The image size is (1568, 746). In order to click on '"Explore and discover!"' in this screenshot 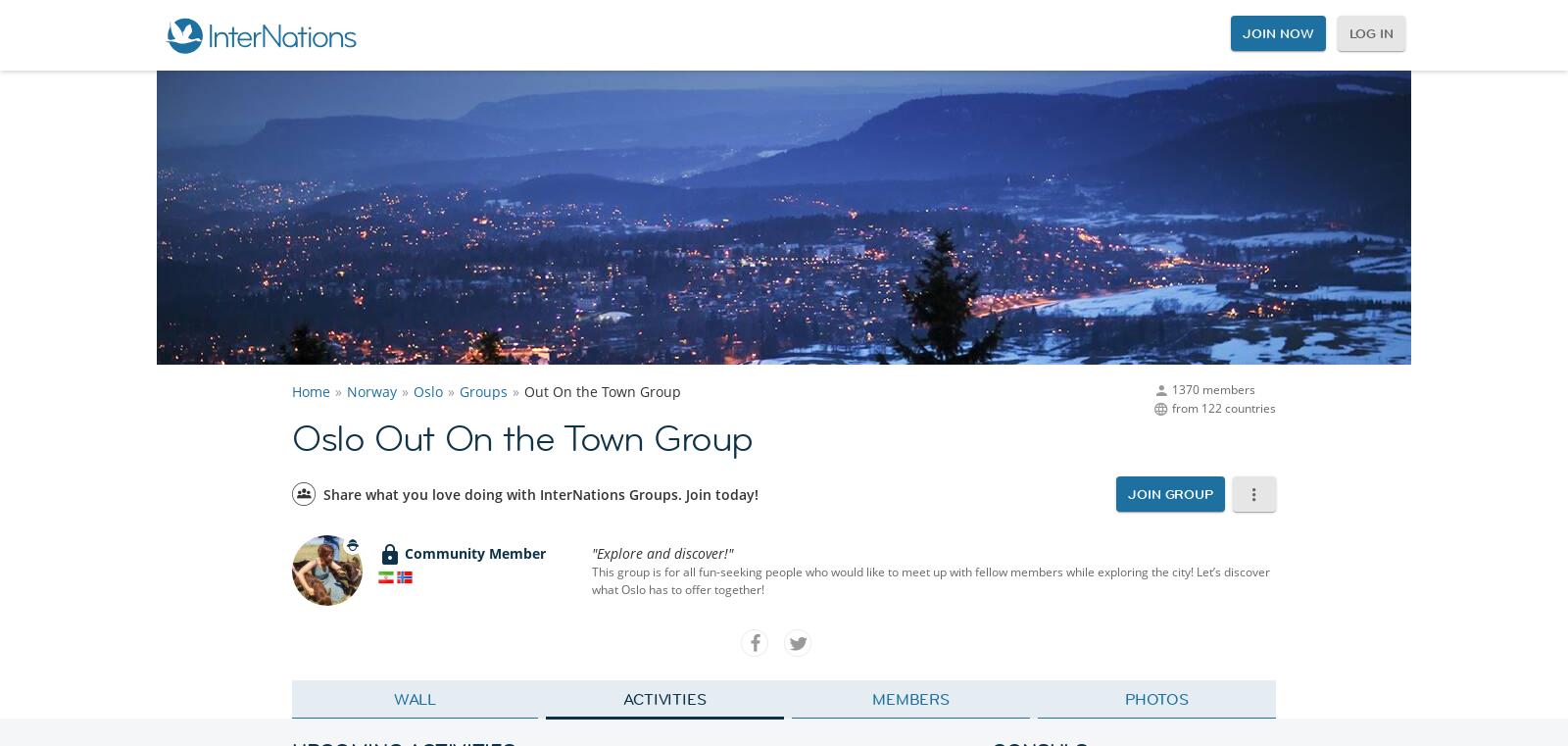, I will do `click(662, 553)`.